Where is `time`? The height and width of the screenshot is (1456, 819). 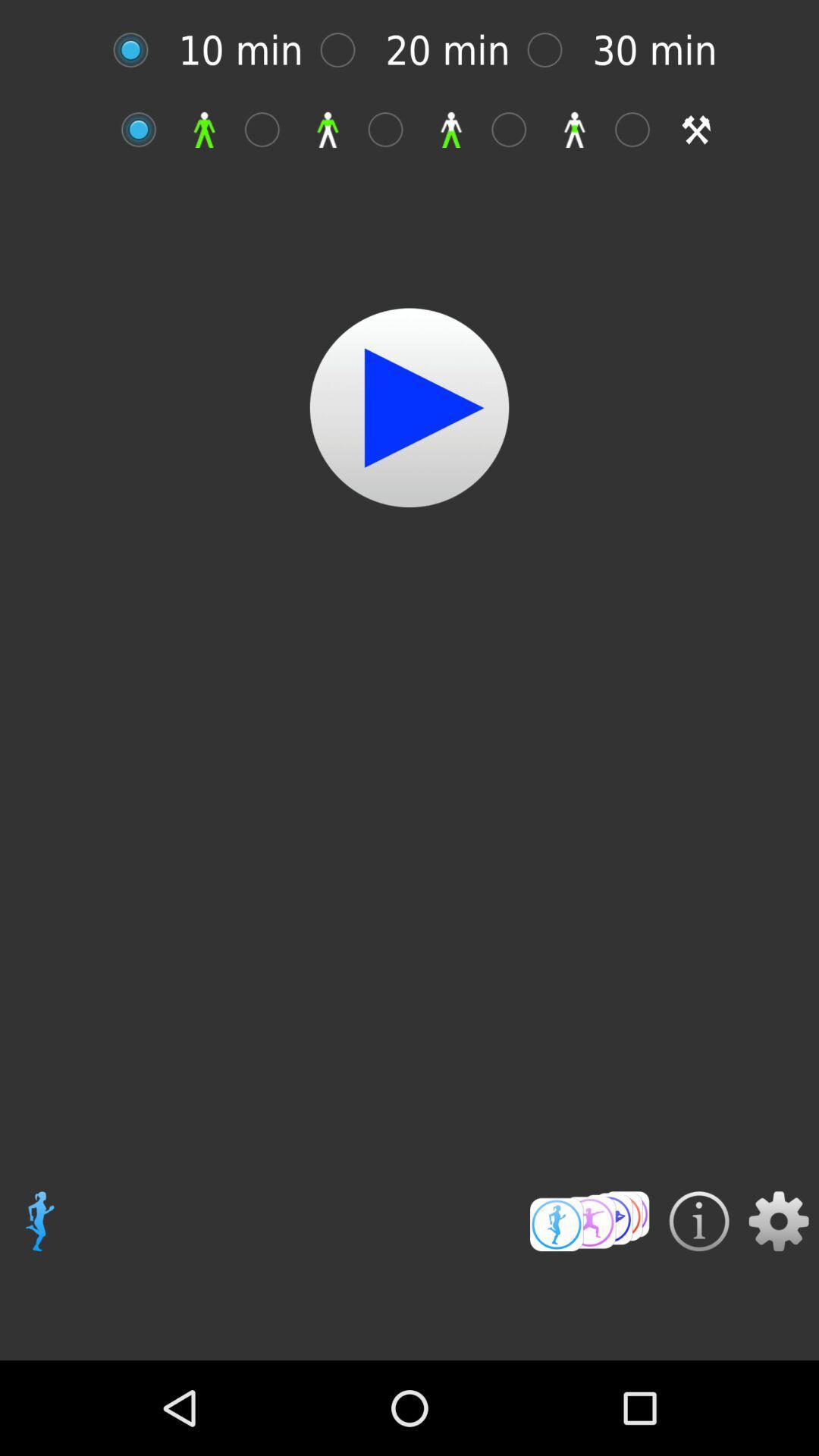 time is located at coordinates (138, 50).